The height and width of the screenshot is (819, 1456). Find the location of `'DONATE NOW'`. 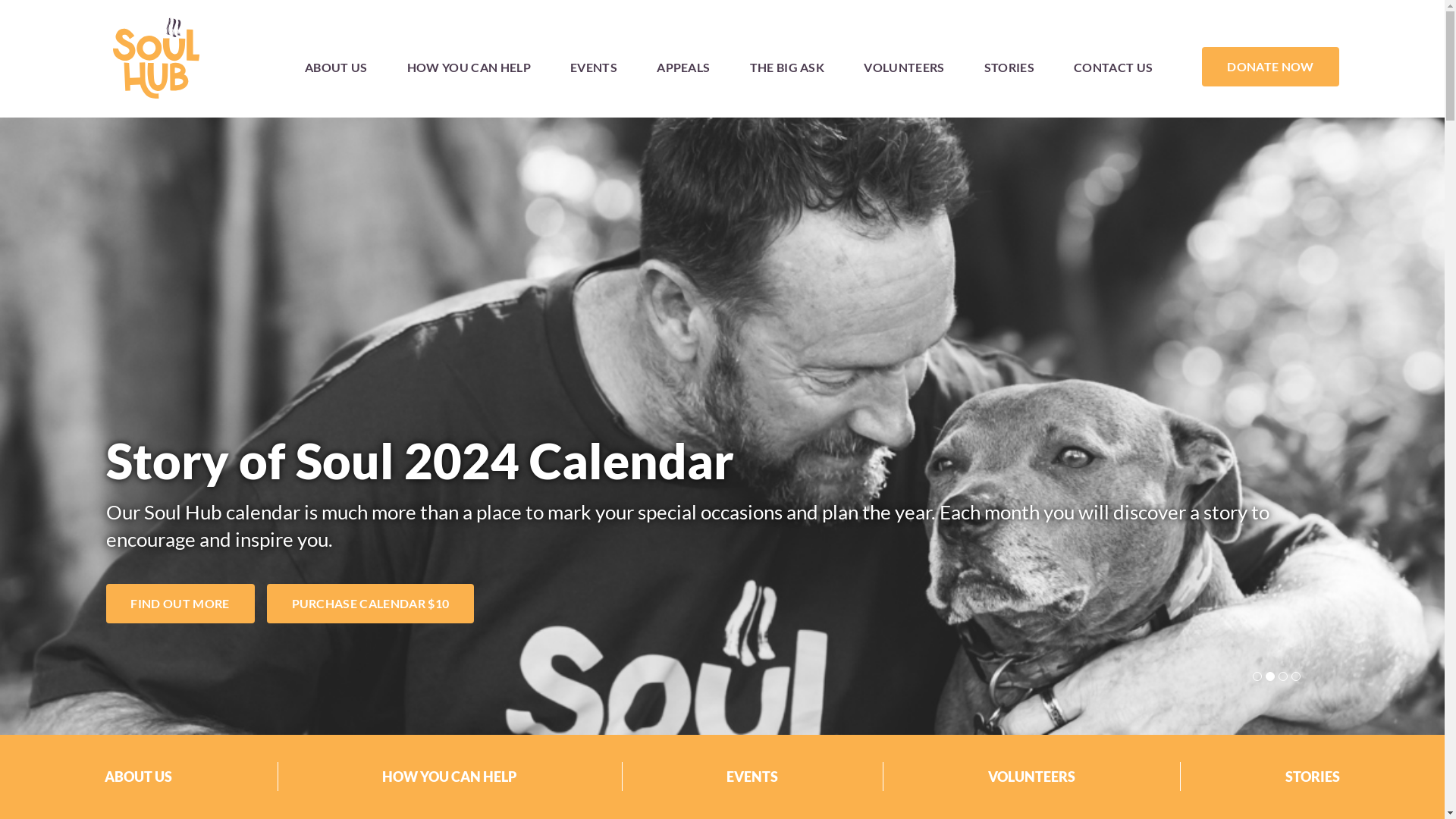

'DONATE NOW' is located at coordinates (1270, 66).